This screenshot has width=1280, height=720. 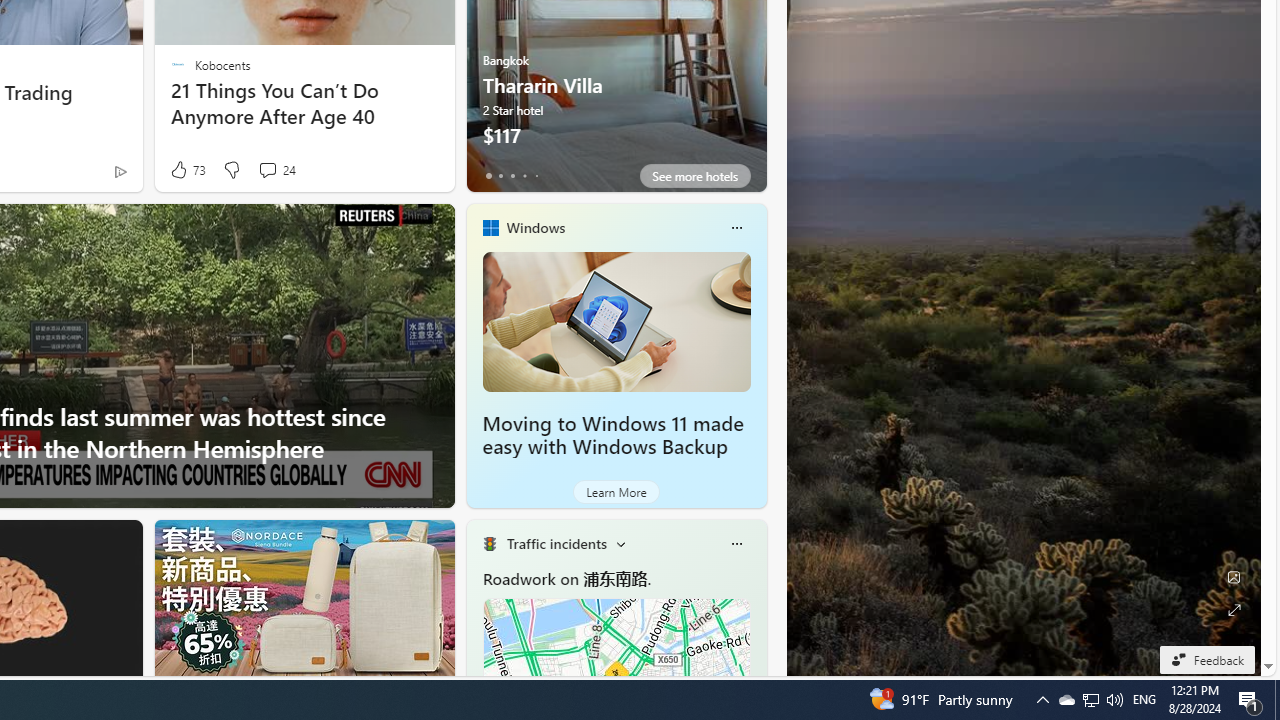 What do you see at coordinates (276, 169) in the screenshot?
I see `'View comments 24 Comment'` at bounding box center [276, 169].